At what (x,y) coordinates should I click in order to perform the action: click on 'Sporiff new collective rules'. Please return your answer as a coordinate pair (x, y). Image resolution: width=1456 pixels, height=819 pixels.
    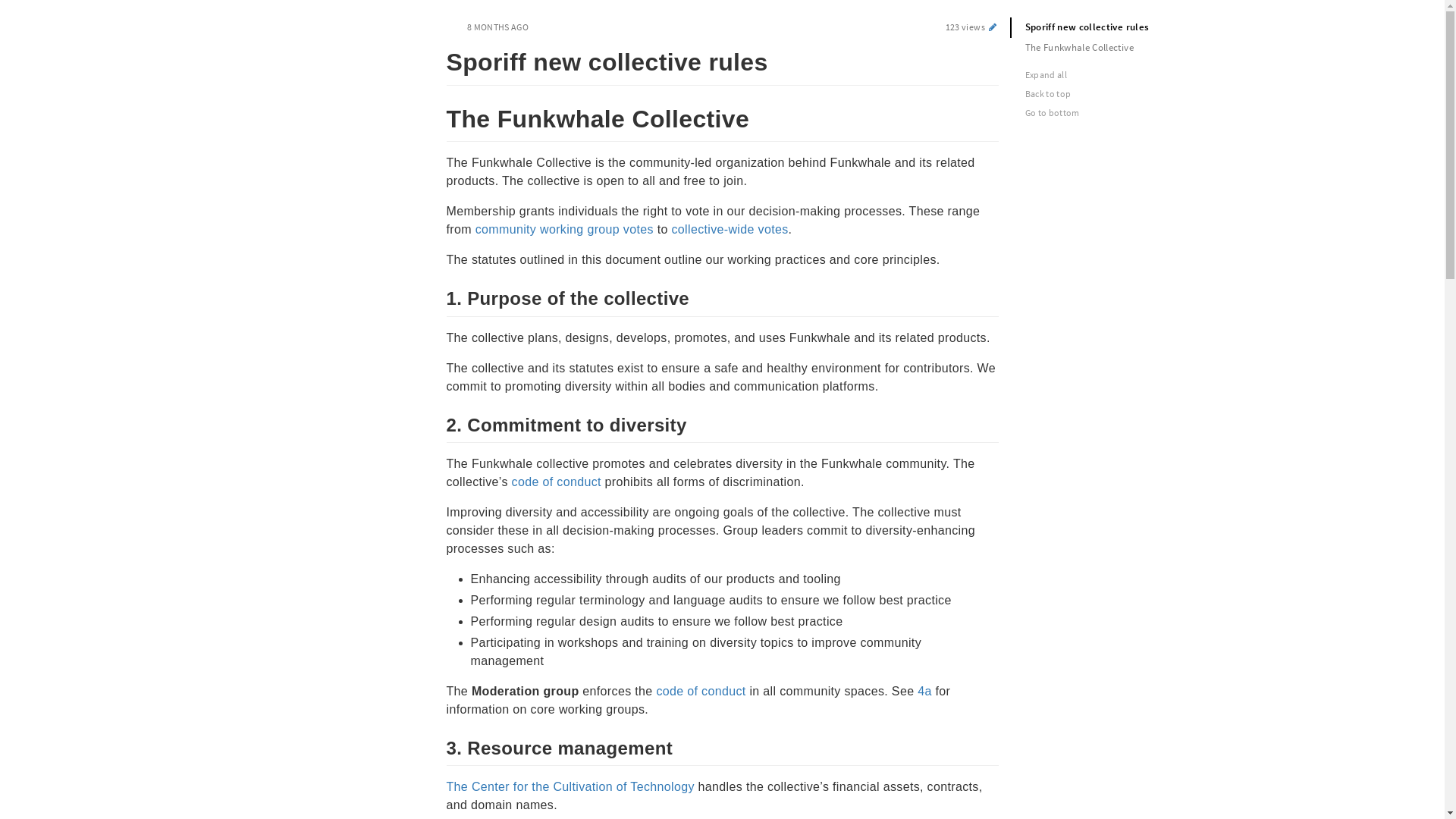
    Looking at the image, I should click on (1111, 27).